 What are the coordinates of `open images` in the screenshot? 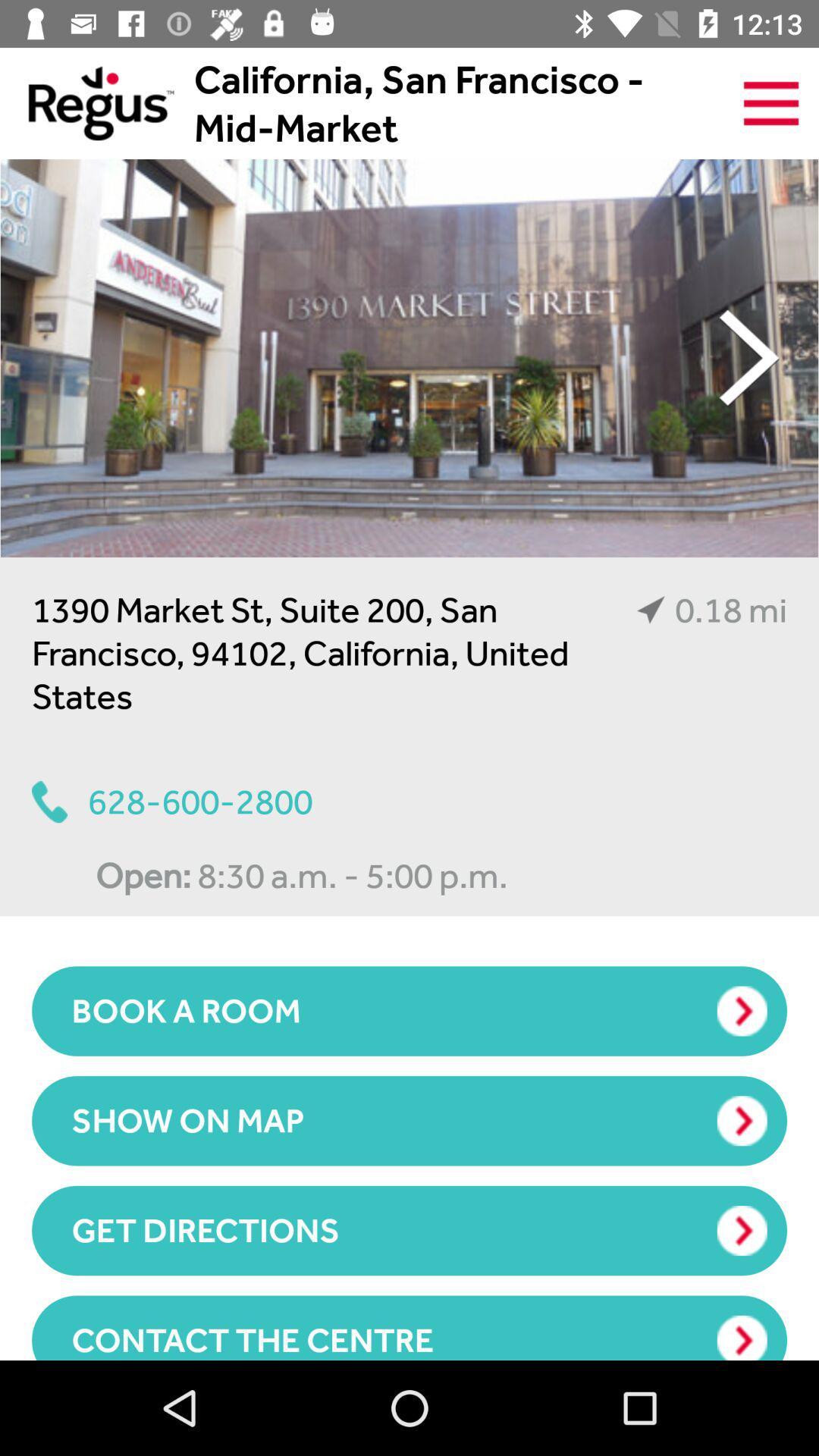 It's located at (409, 357).